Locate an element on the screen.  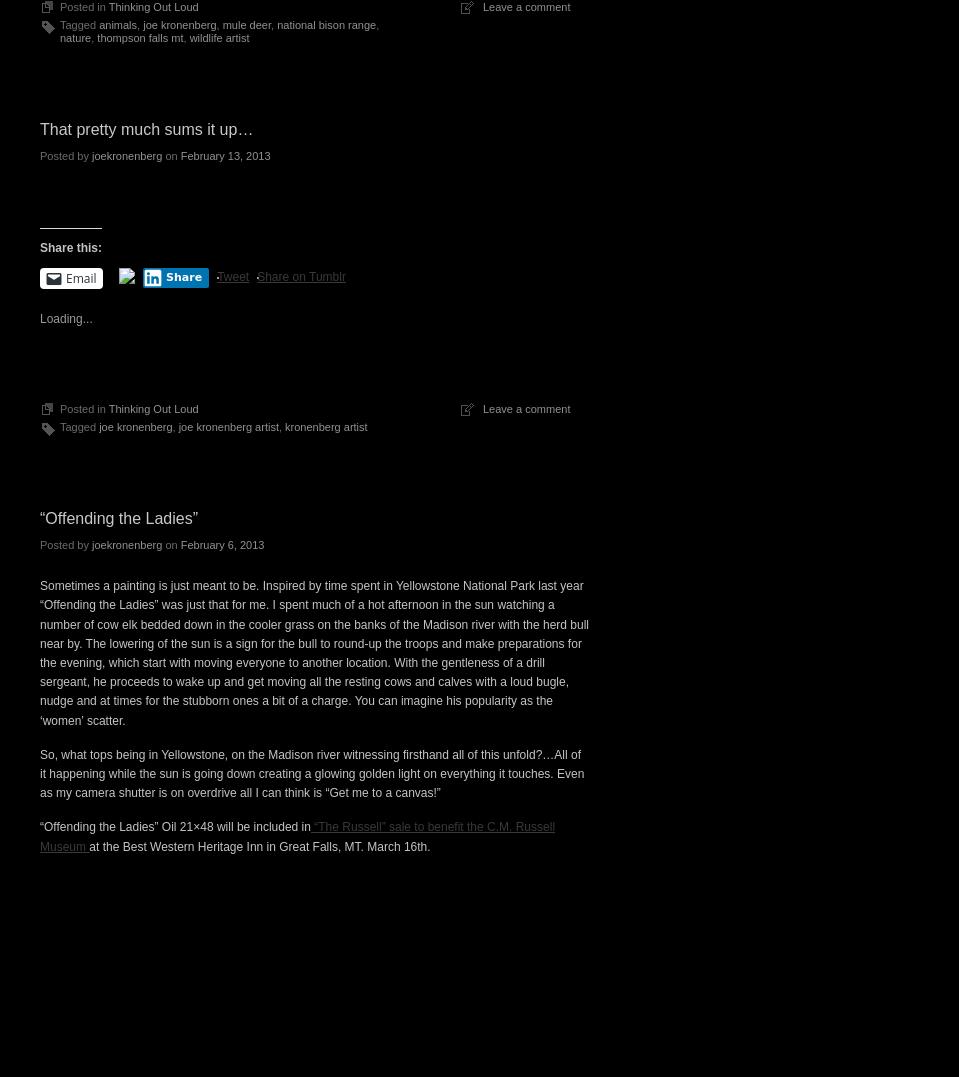
'kronenberg artist' is located at coordinates (324, 424).